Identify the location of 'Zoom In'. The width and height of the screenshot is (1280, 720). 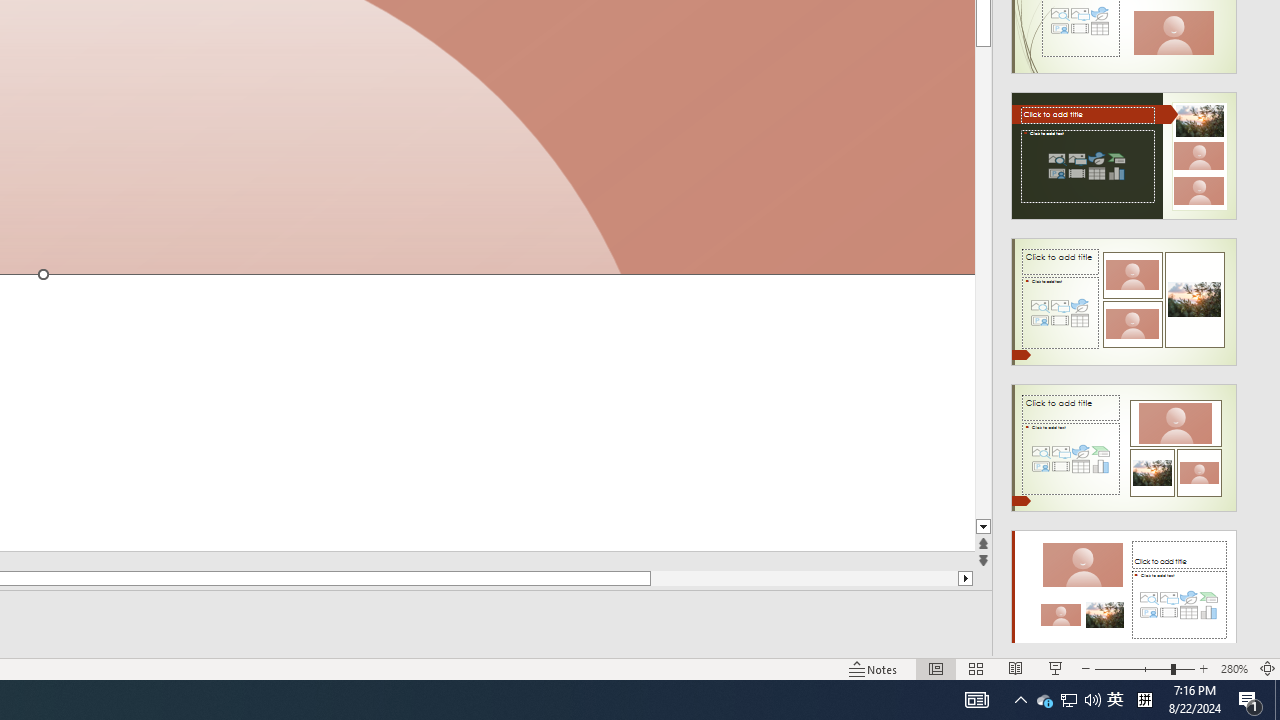
(1203, 669).